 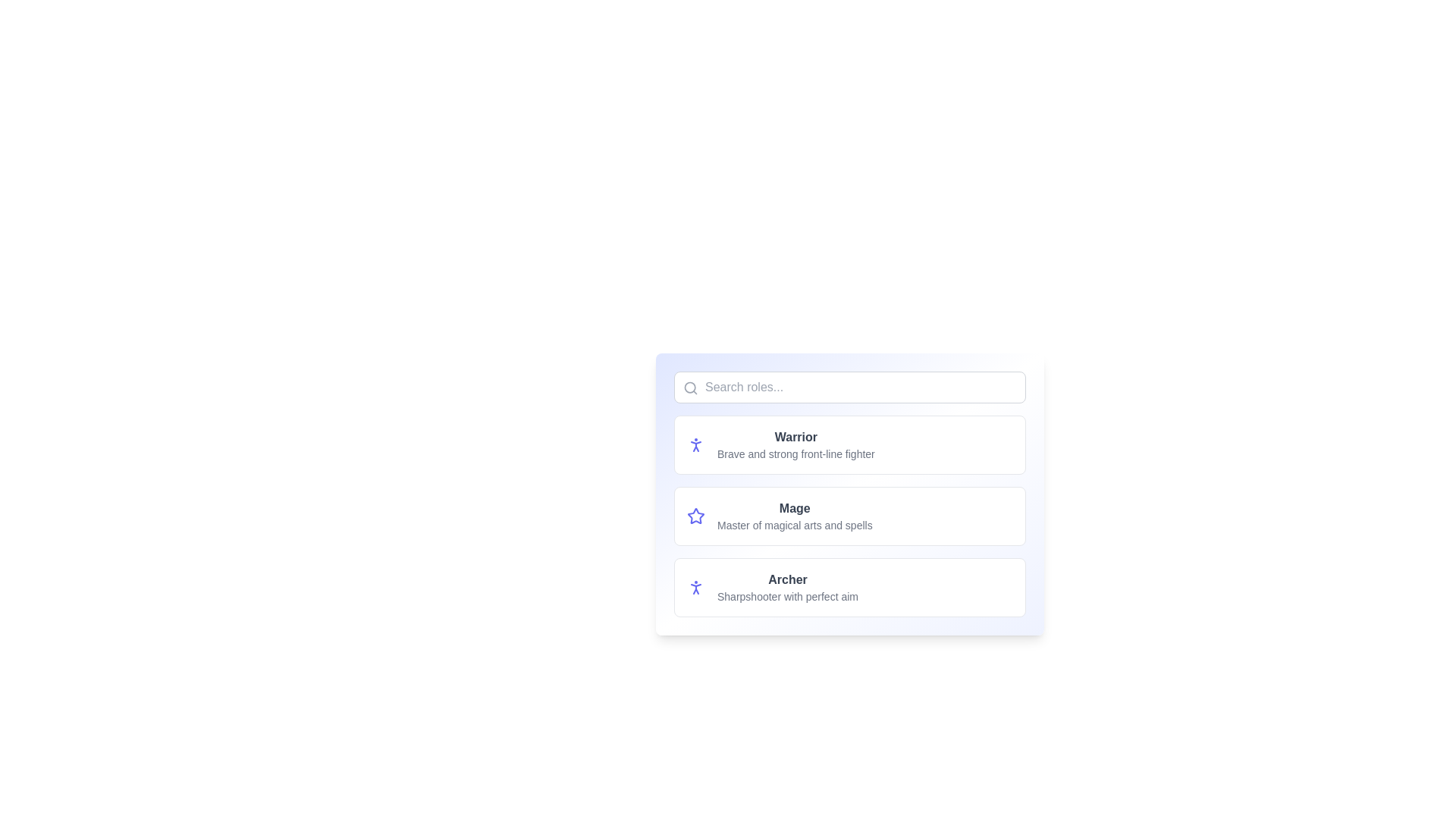 I want to click on description of the Text Block with the heading 'Archer' and subtext 'Sharpshooter with perfect aim', so click(x=787, y=587).